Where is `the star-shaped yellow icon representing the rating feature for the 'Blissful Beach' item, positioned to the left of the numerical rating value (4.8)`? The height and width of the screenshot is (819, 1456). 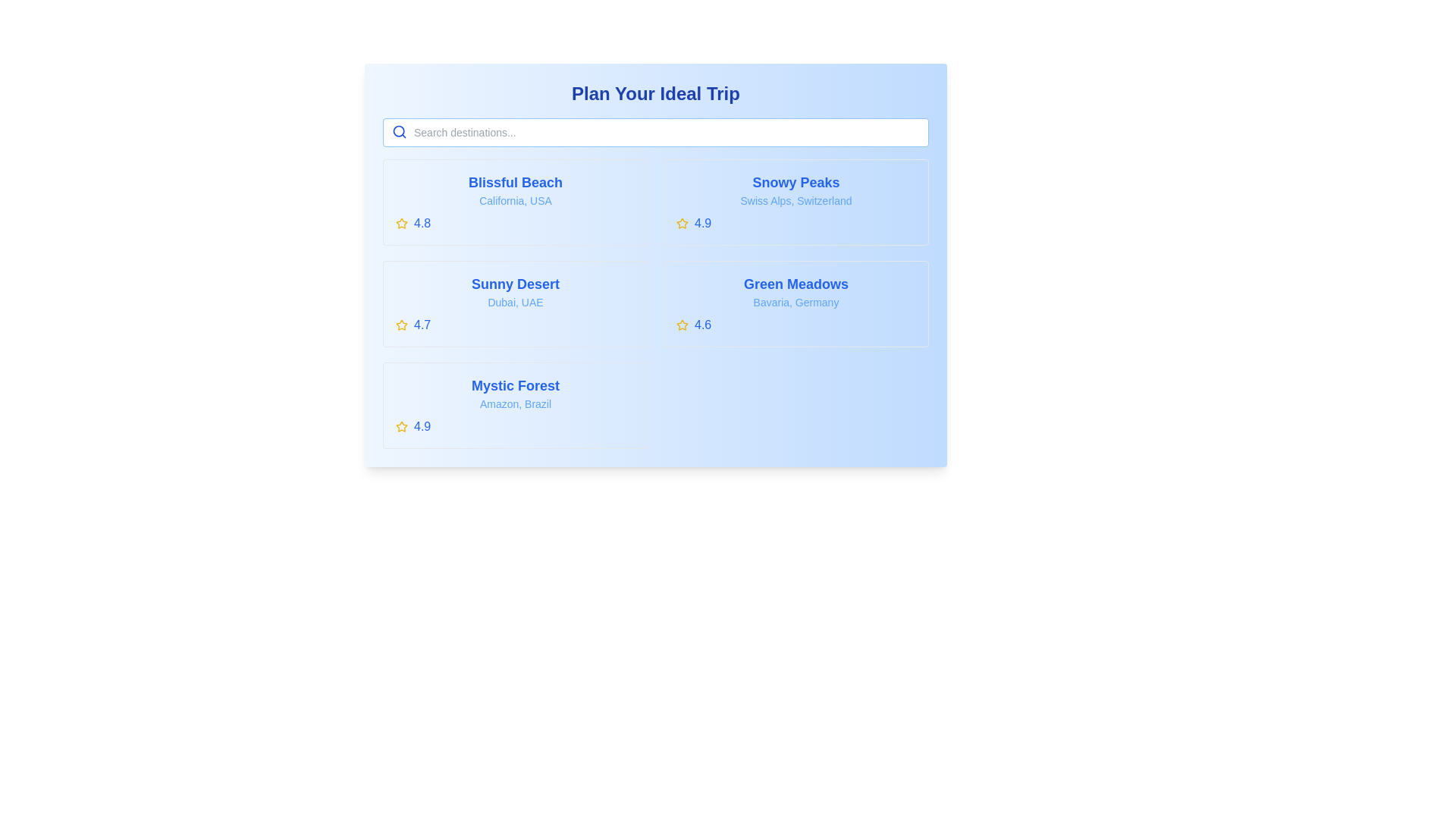 the star-shaped yellow icon representing the rating feature for the 'Blissful Beach' item, positioned to the left of the numerical rating value (4.8) is located at coordinates (401, 426).